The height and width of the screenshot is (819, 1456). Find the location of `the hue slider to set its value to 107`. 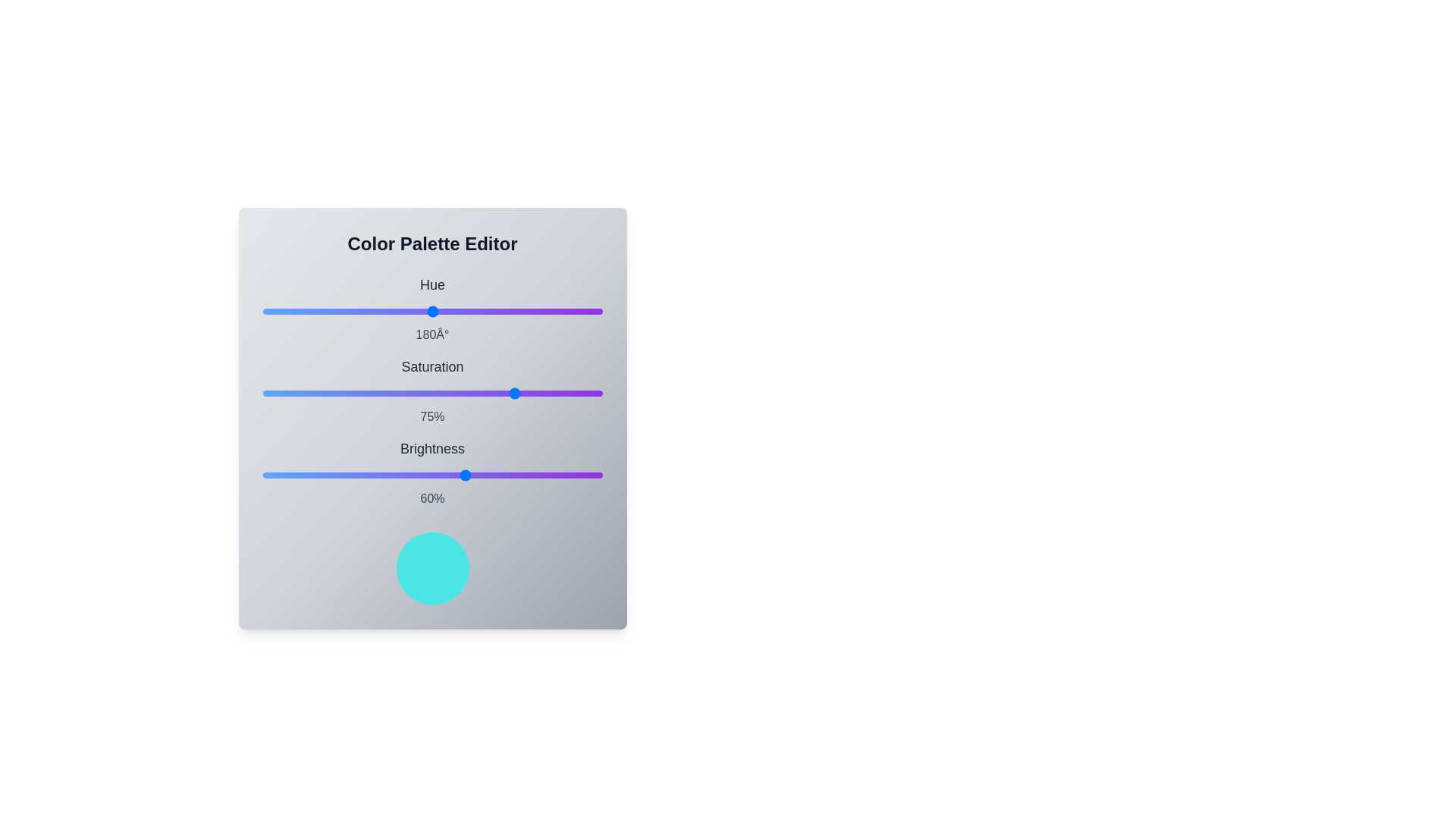

the hue slider to set its value to 107 is located at coordinates (362, 311).